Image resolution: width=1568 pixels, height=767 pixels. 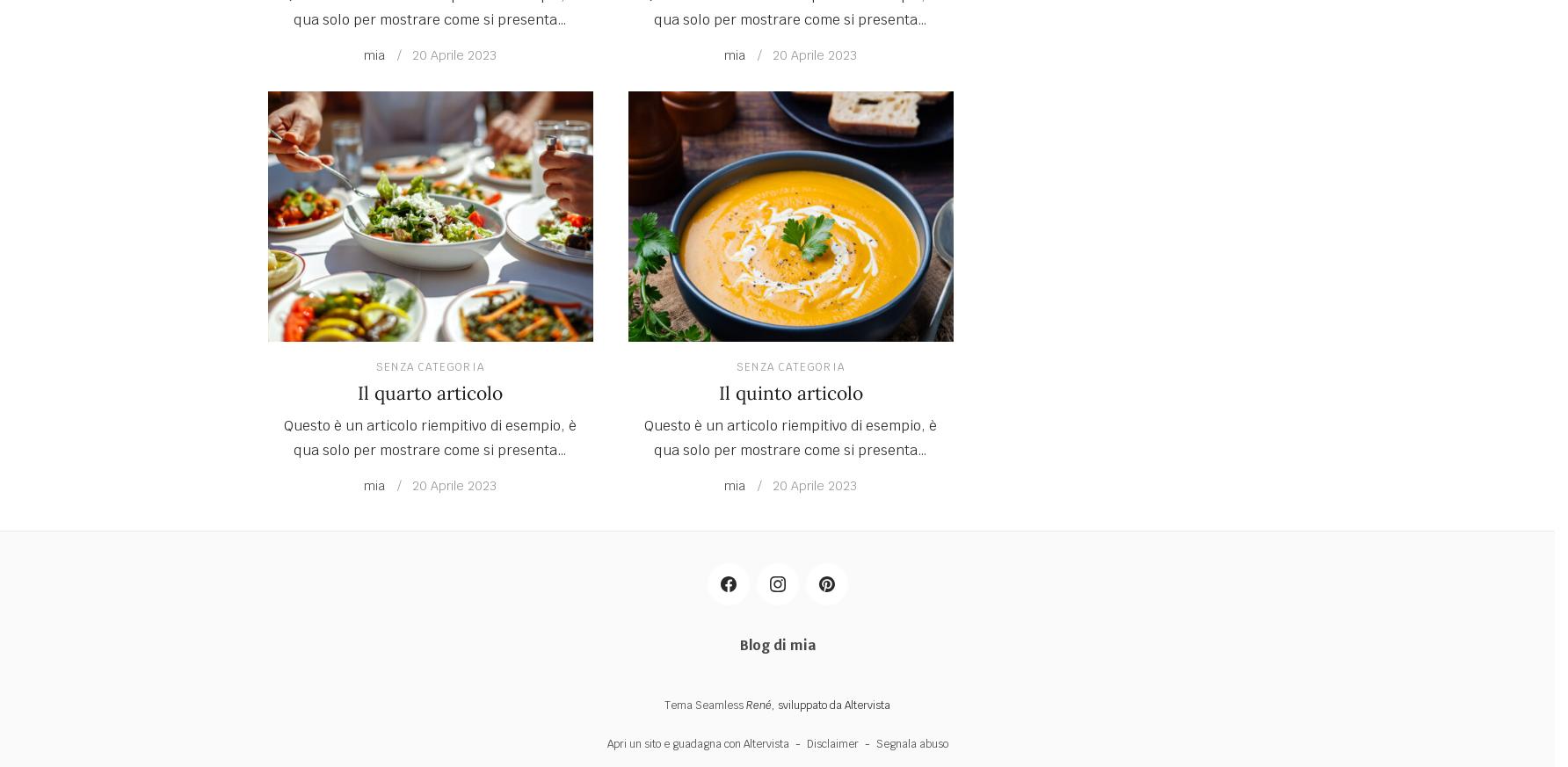 I want to click on 'Tema Seamless', so click(x=703, y=705).